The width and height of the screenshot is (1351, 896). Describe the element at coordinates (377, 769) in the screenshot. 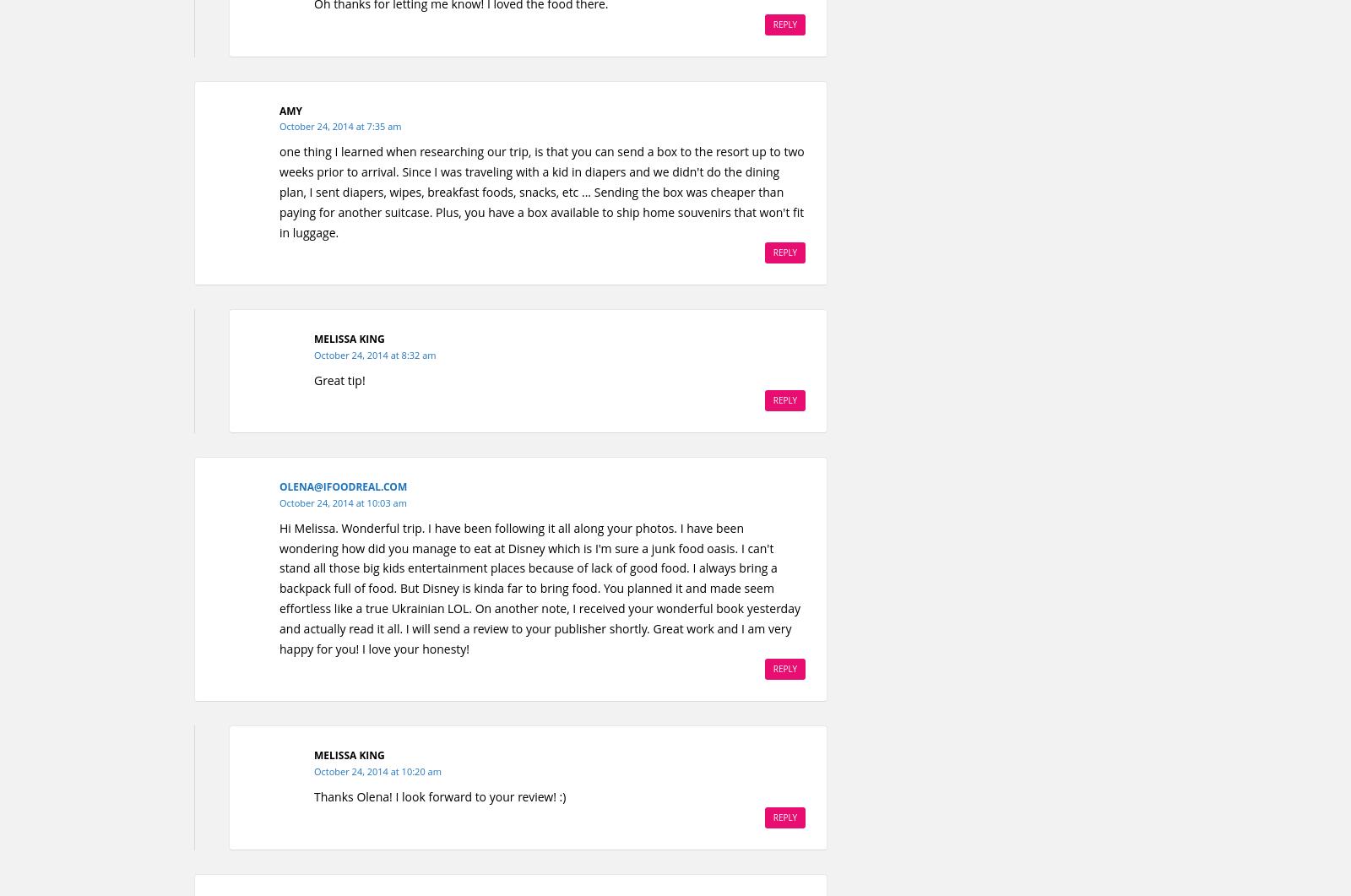

I see `'October 24, 2014 at 10:20 am'` at that location.